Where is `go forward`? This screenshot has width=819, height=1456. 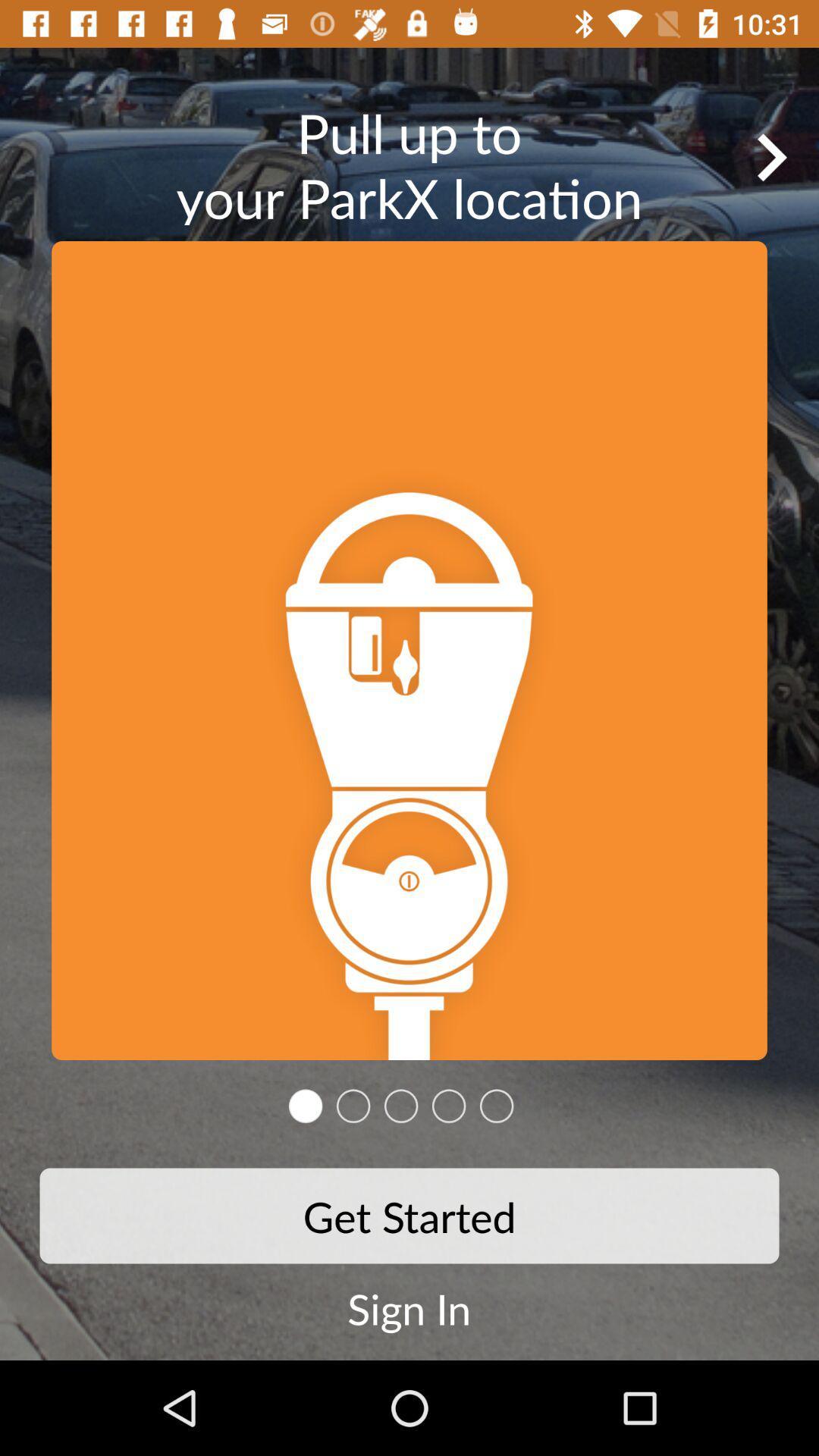 go forward is located at coordinates (771, 157).